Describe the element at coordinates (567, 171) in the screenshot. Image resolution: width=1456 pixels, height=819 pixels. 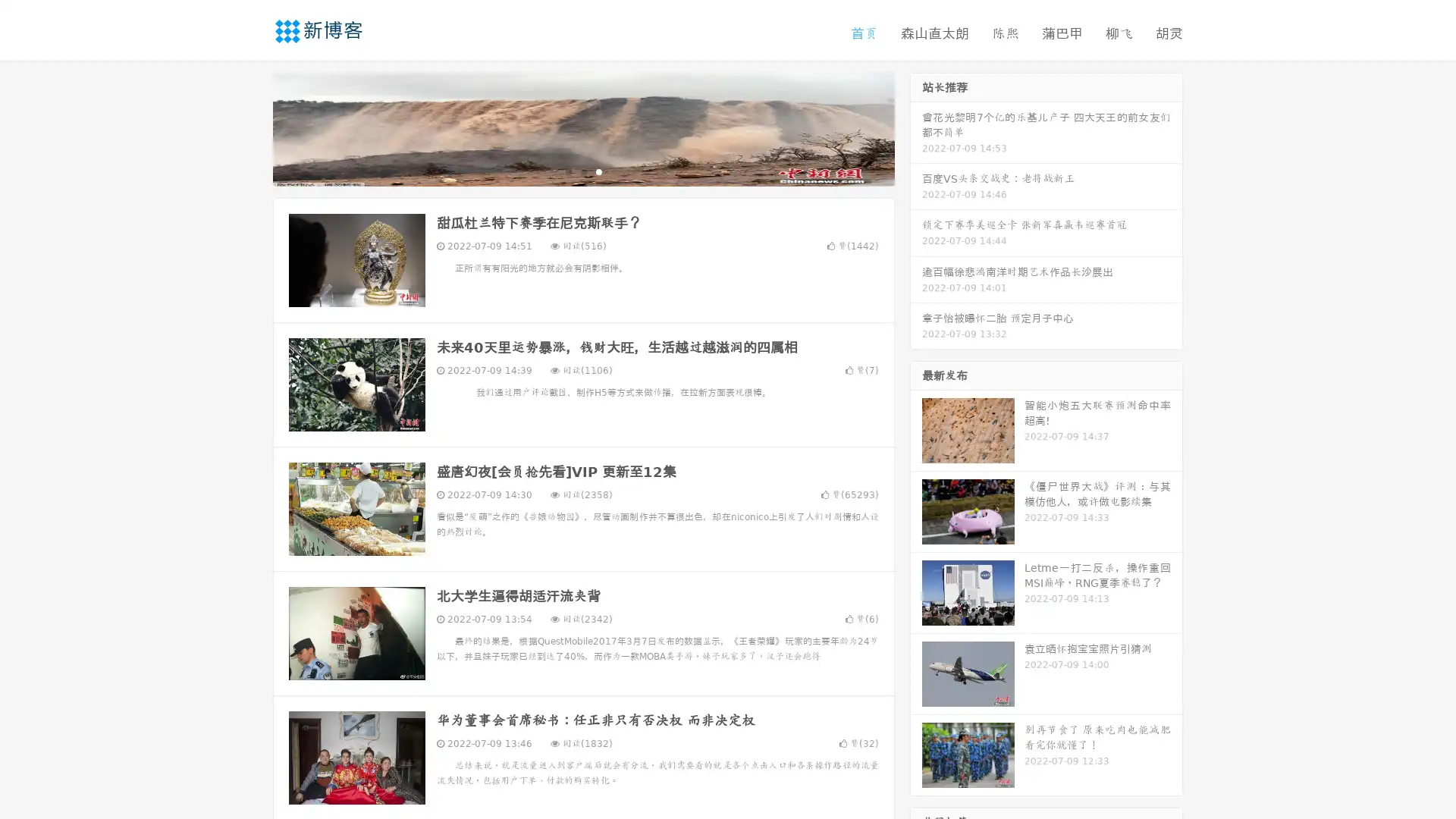
I see `Go to slide 1` at that location.